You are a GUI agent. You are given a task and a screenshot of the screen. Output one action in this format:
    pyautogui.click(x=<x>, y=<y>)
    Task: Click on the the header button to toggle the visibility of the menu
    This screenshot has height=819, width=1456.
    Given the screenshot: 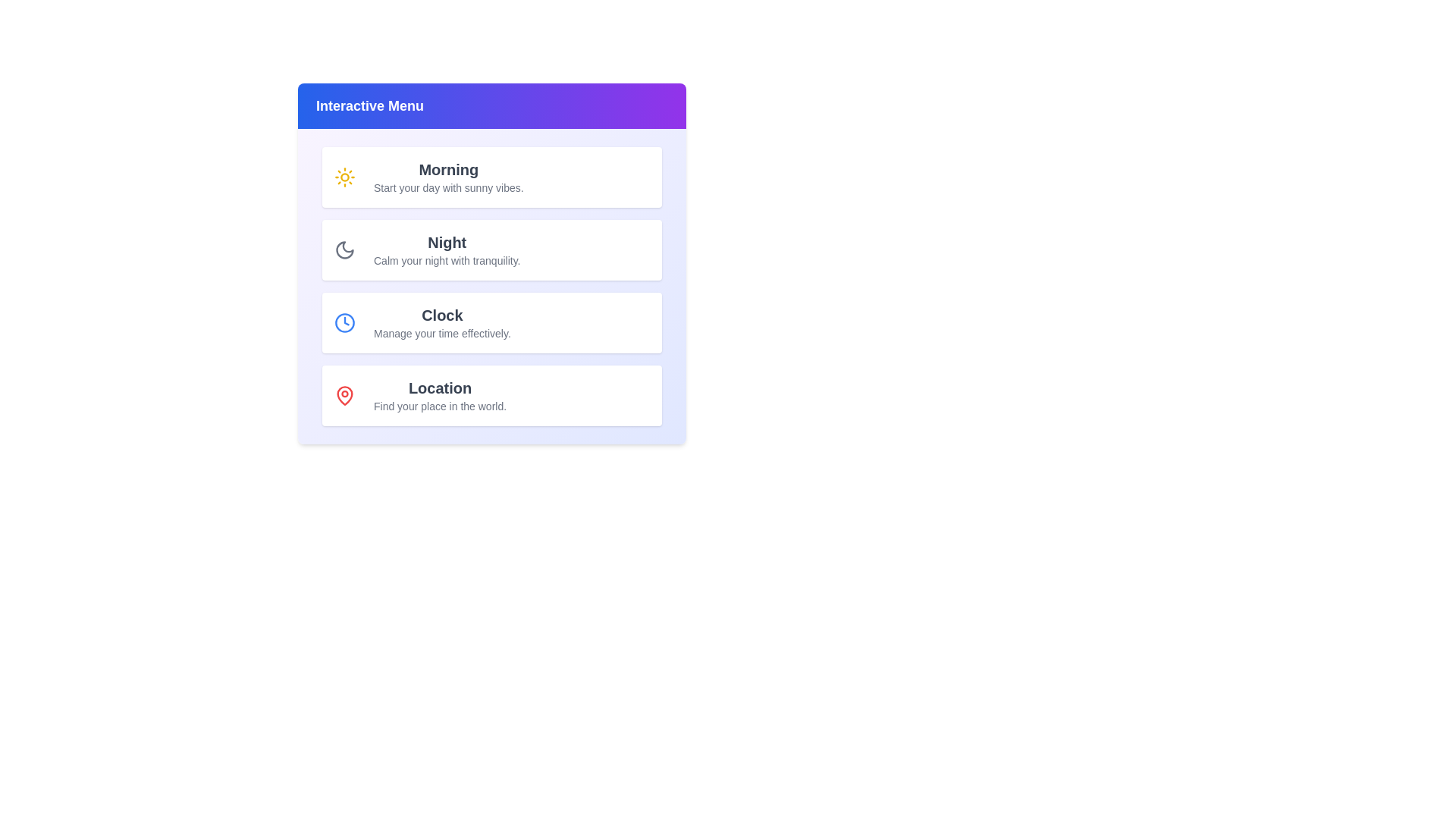 What is the action you would take?
    pyautogui.click(x=491, y=105)
    